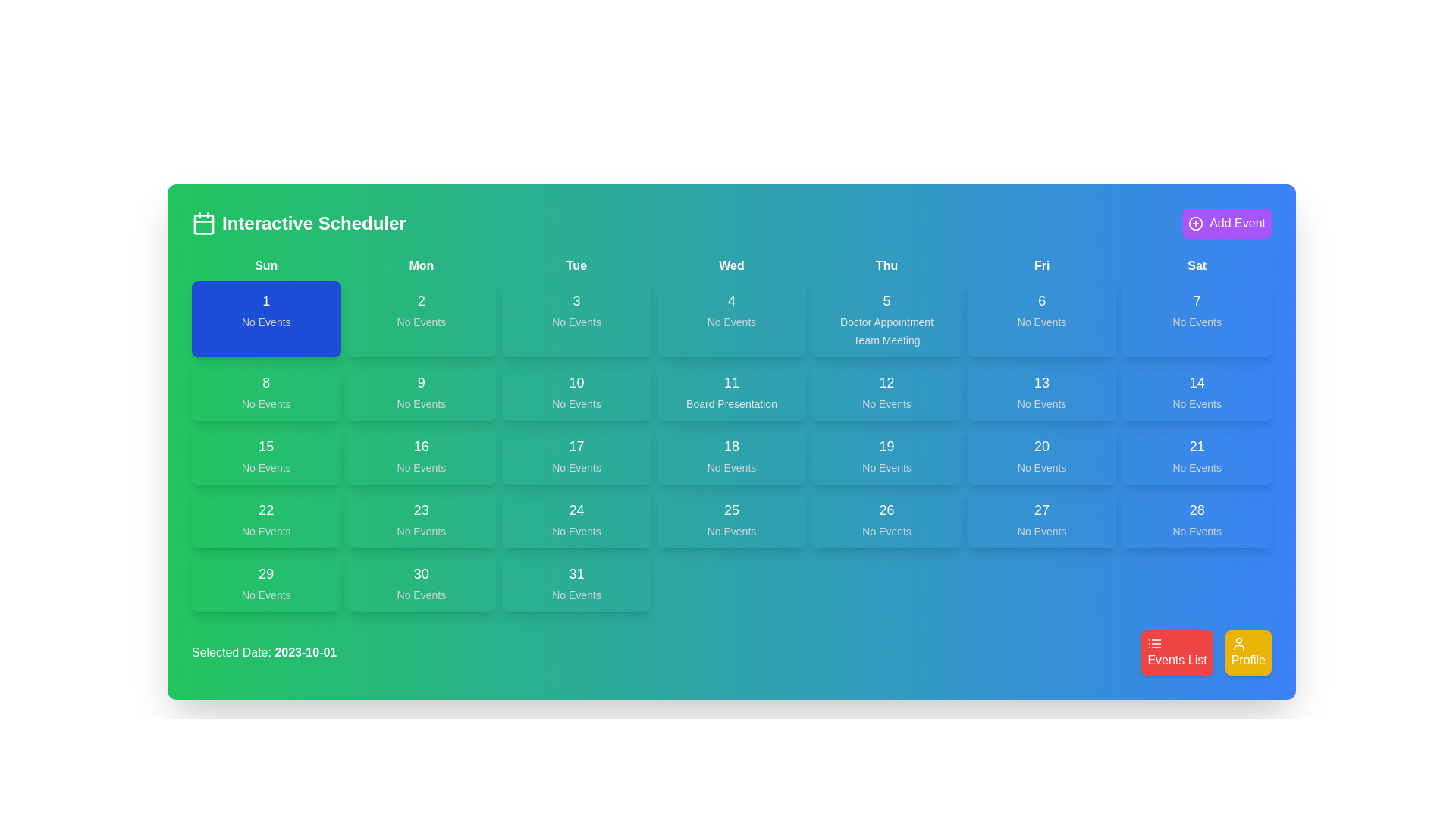 The height and width of the screenshot is (819, 1456). What do you see at coordinates (576, 382) in the screenshot?
I see `the Text label displaying the date '10' in the calendar interface, which is centrally positioned within the grid cell for October 10th` at bounding box center [576, 382].